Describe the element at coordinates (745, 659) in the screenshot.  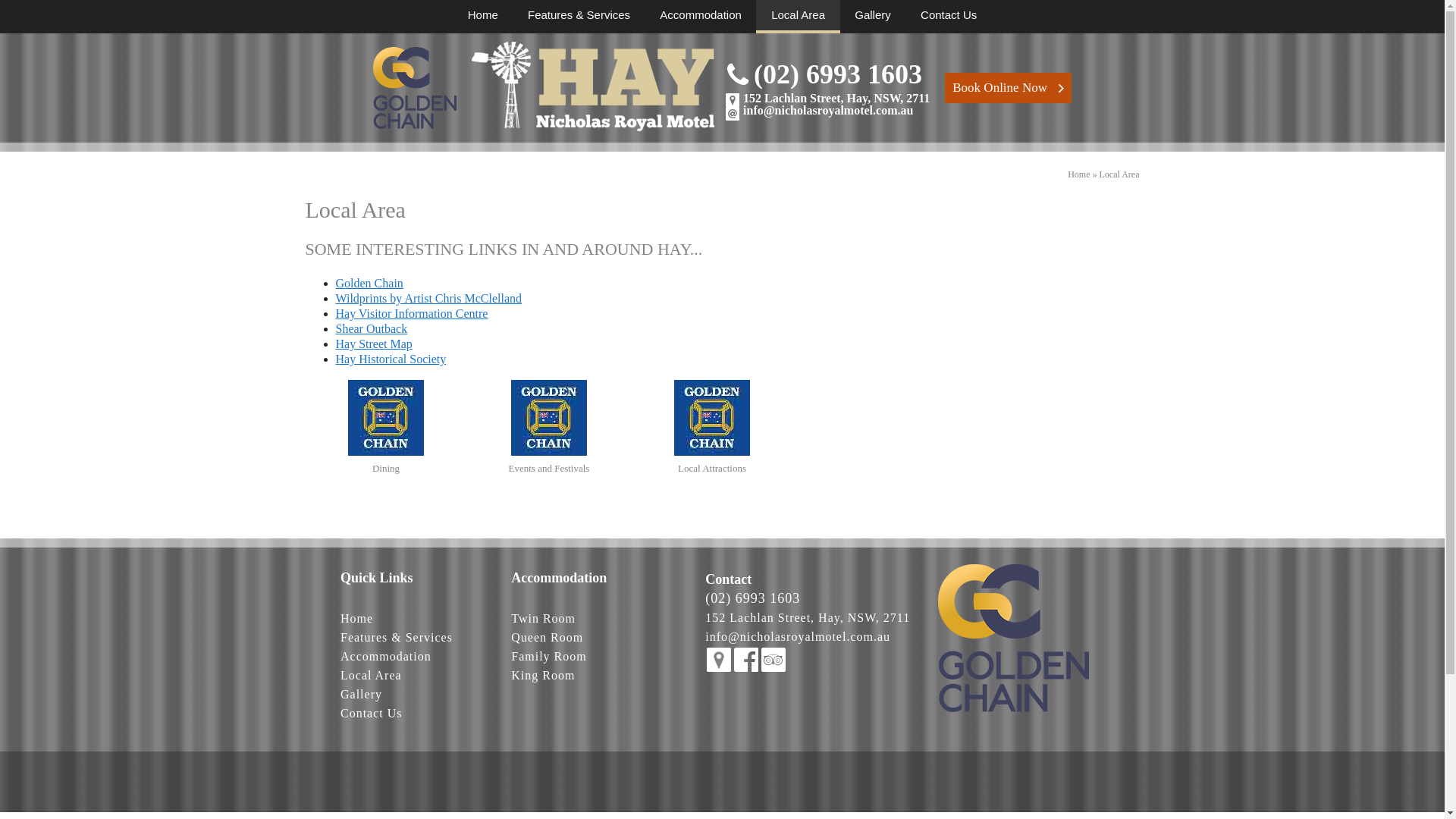
I see `'Like us on Facebook'` at that location.